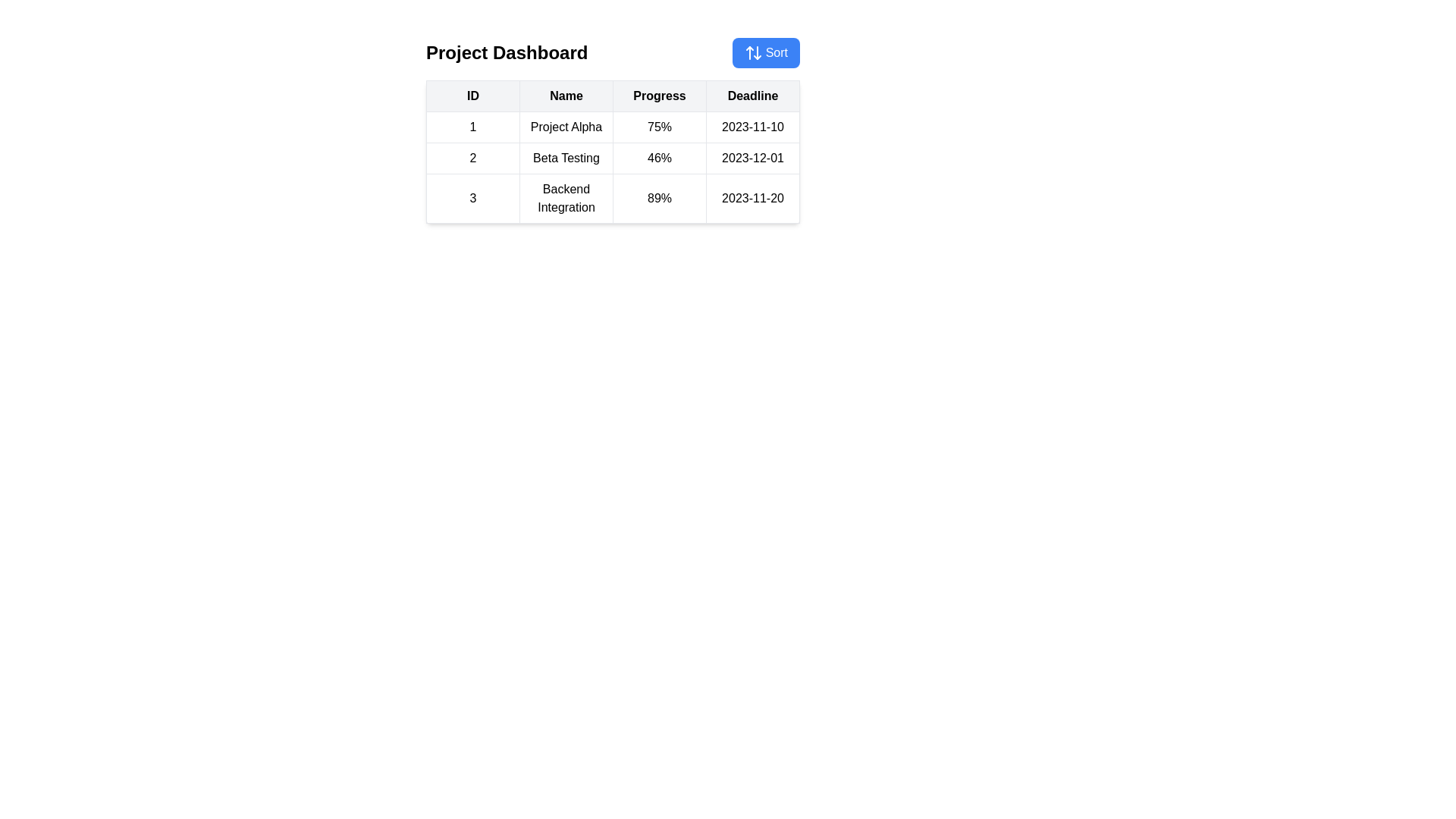 The width and height of the screenshot is (1456, 819). What do you see at coordinates (753, 52) in the screenshot?
I see `the sorting SVG icon located within the 'Sort' button at the top-right of the Project Dashboard` at bounding box center [753, 52].